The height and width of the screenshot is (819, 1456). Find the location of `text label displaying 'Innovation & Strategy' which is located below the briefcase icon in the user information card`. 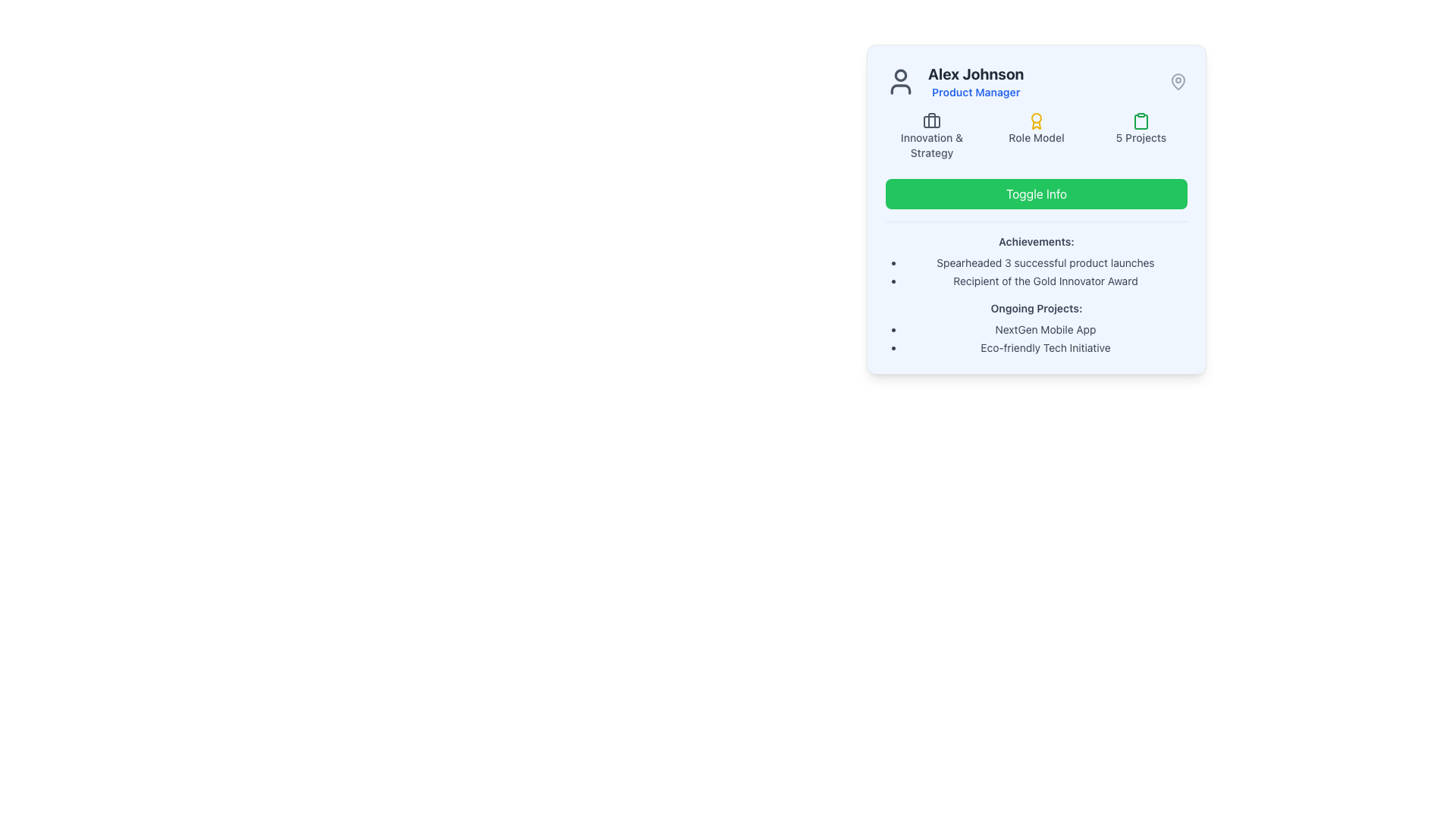

text label displaying 'Innovation & Strategy' which is located below the briefcase icon in the user information card is located at coordinates (930, 146).